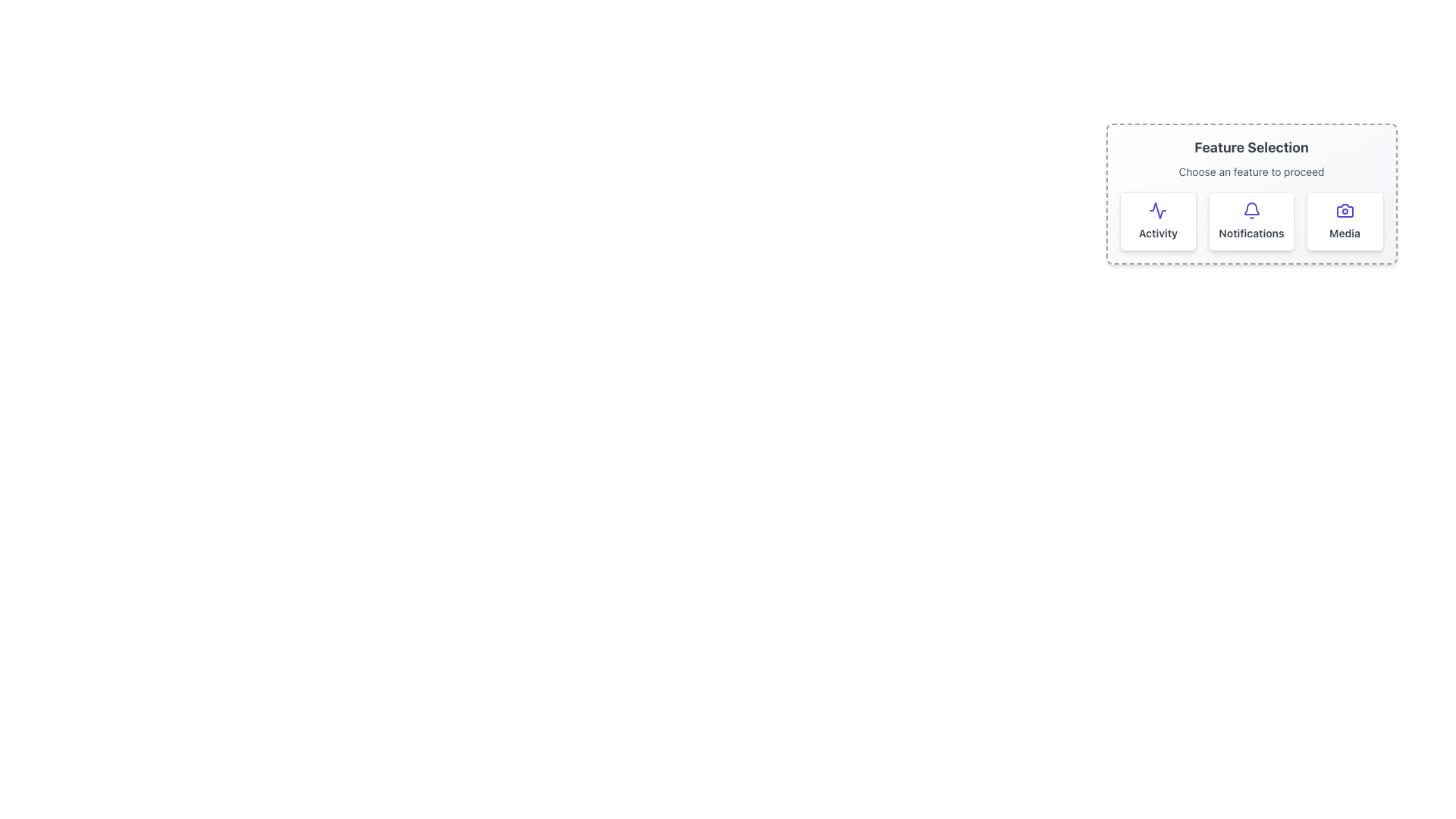 The width and height of the screenshot is (1456, 819). Describe the element at coordinates (1251, 210) in the screenshot. I see `the vibrant indigo bell-shaped icon within the 'Notifications' button` at that location.